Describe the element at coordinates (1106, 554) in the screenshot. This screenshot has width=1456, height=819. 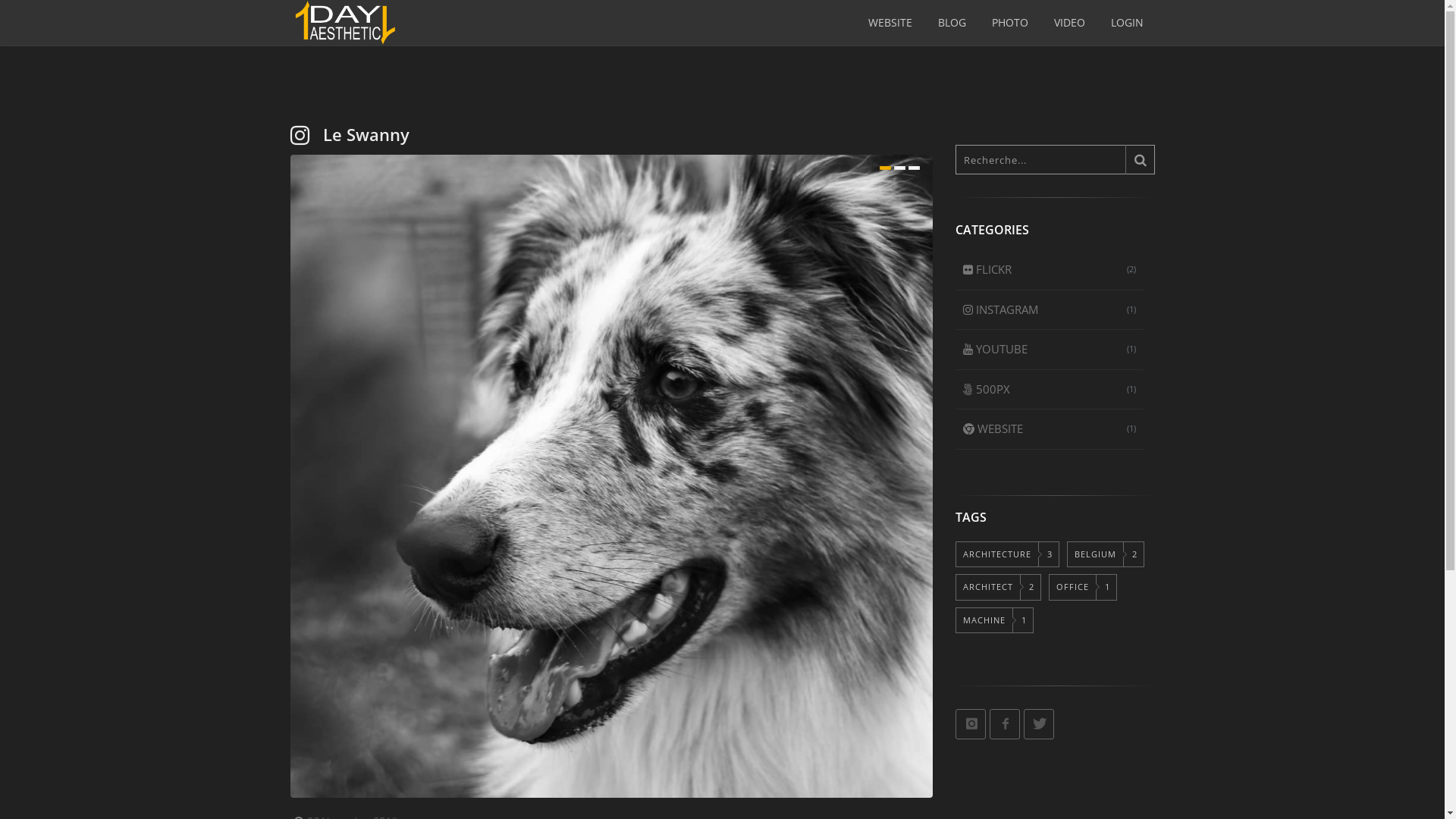
I see `'BELGIUM` at that location.